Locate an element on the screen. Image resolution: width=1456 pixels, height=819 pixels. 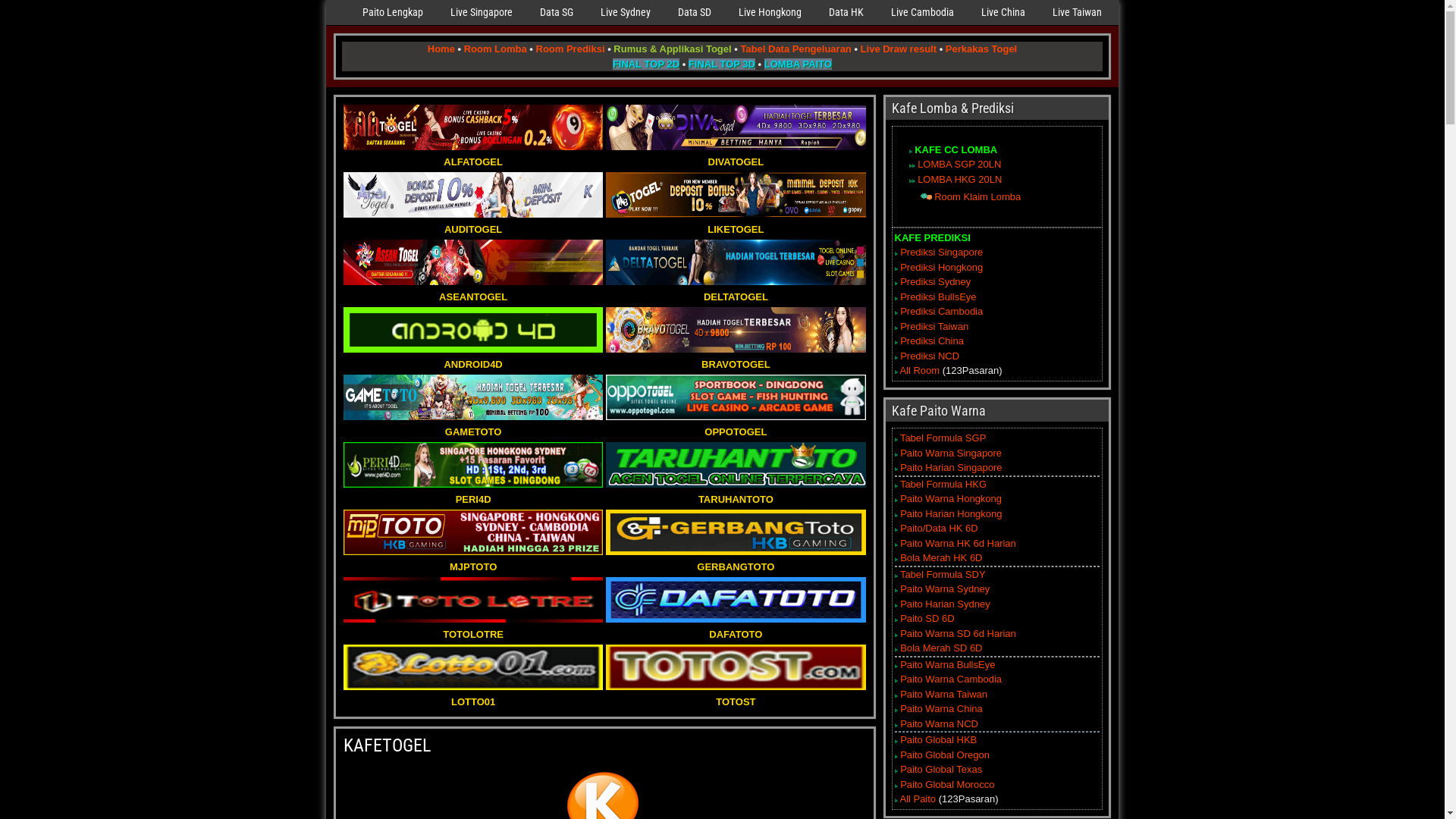
'Bandar Judi Online Terpercaya ASEANTOGEL' is located at coordinates (472, 262).